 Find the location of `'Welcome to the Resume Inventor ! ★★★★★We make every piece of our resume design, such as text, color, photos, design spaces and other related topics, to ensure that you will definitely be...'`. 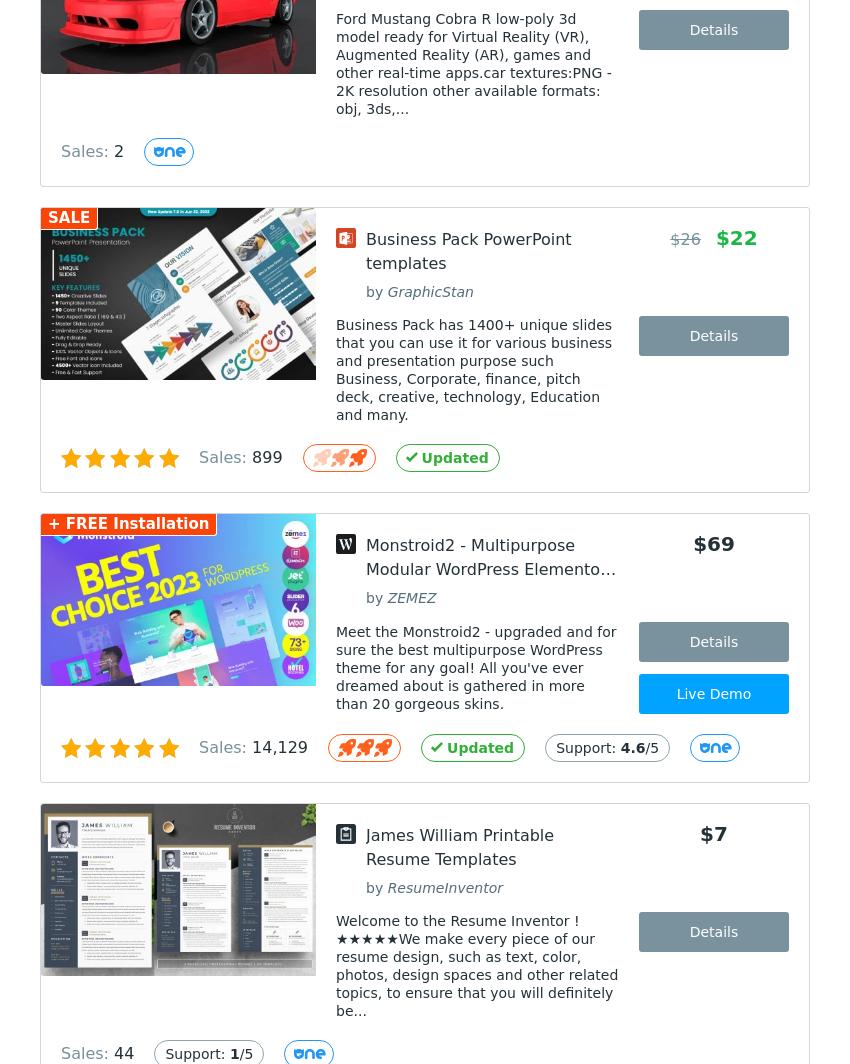

'Welcome to the Resume Inventor ! ★★★★★We make every piece of our resume design, such as text, color, photos, design spaces and other related topics, to ensure that you will definitely be...' is located at coordinates (477, 966).